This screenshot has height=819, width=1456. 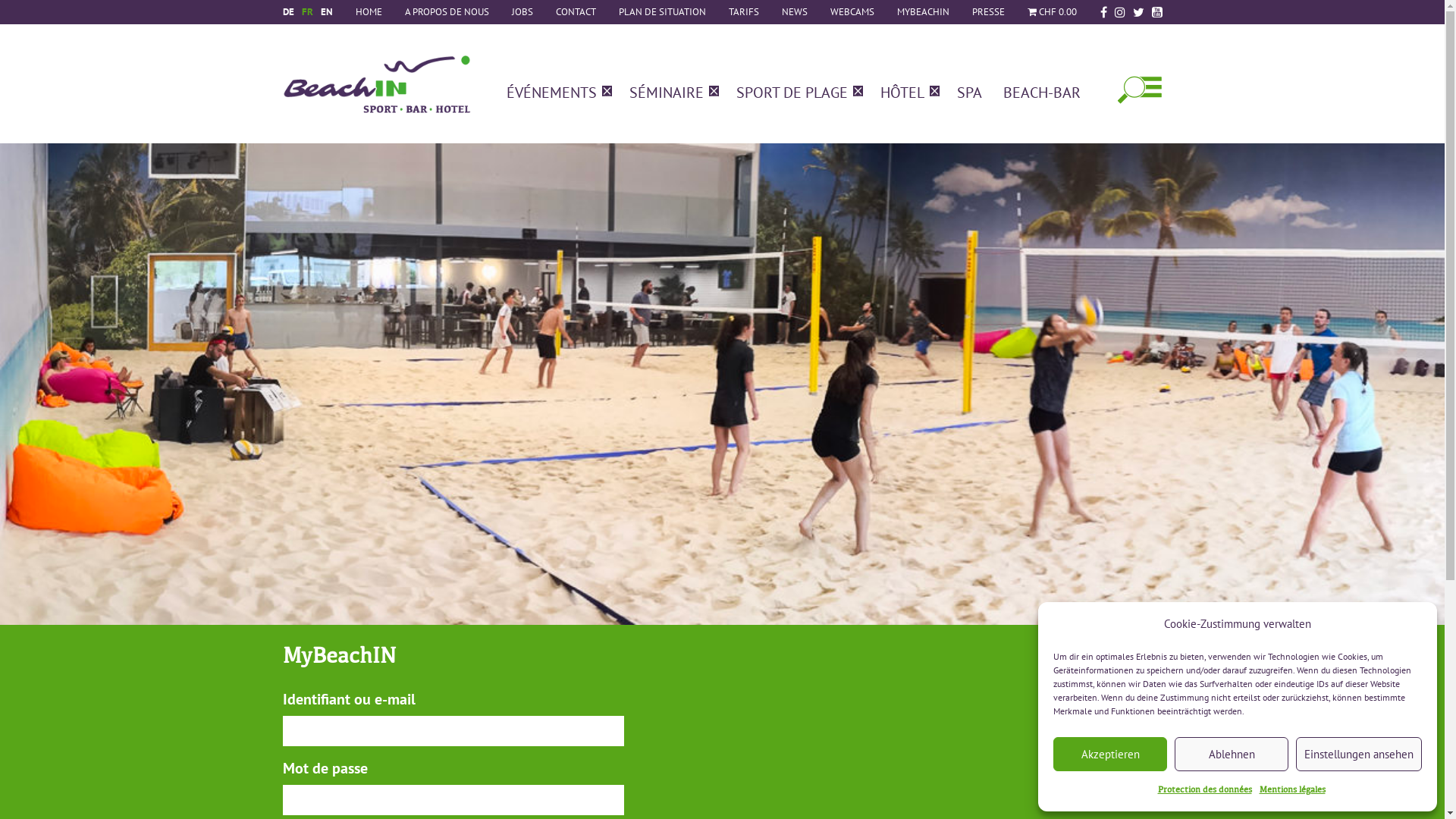 What do you see at coordinates (791, 93) in the screenshot?
I see `'SPORT DE PLAGE'` at bounding box center [791, 93].